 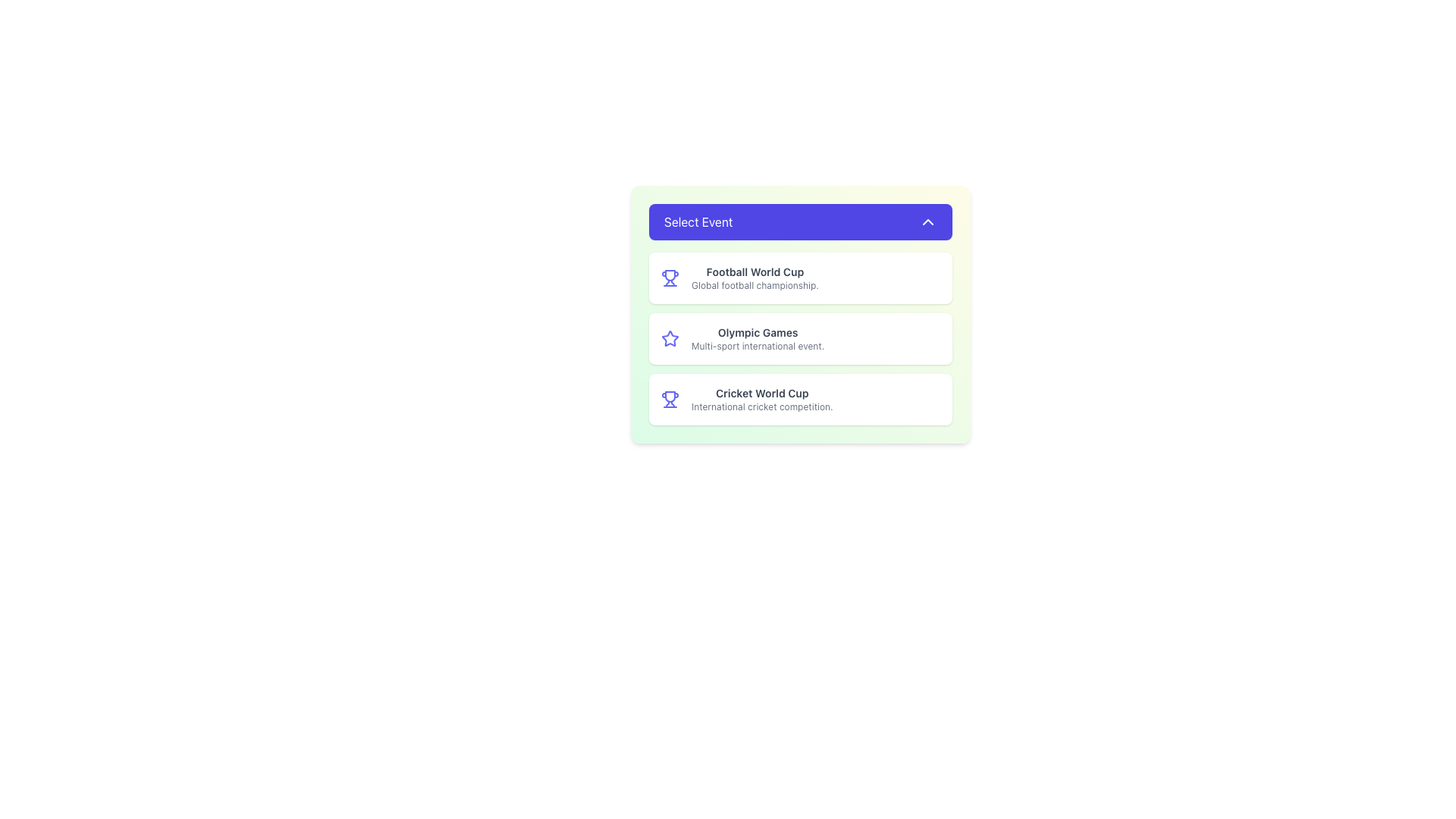 I want to click on the highlighted event option labeled 'Olympic Games' with the subtitle 'Multi-sport international event.', so click(x=800, y=314).